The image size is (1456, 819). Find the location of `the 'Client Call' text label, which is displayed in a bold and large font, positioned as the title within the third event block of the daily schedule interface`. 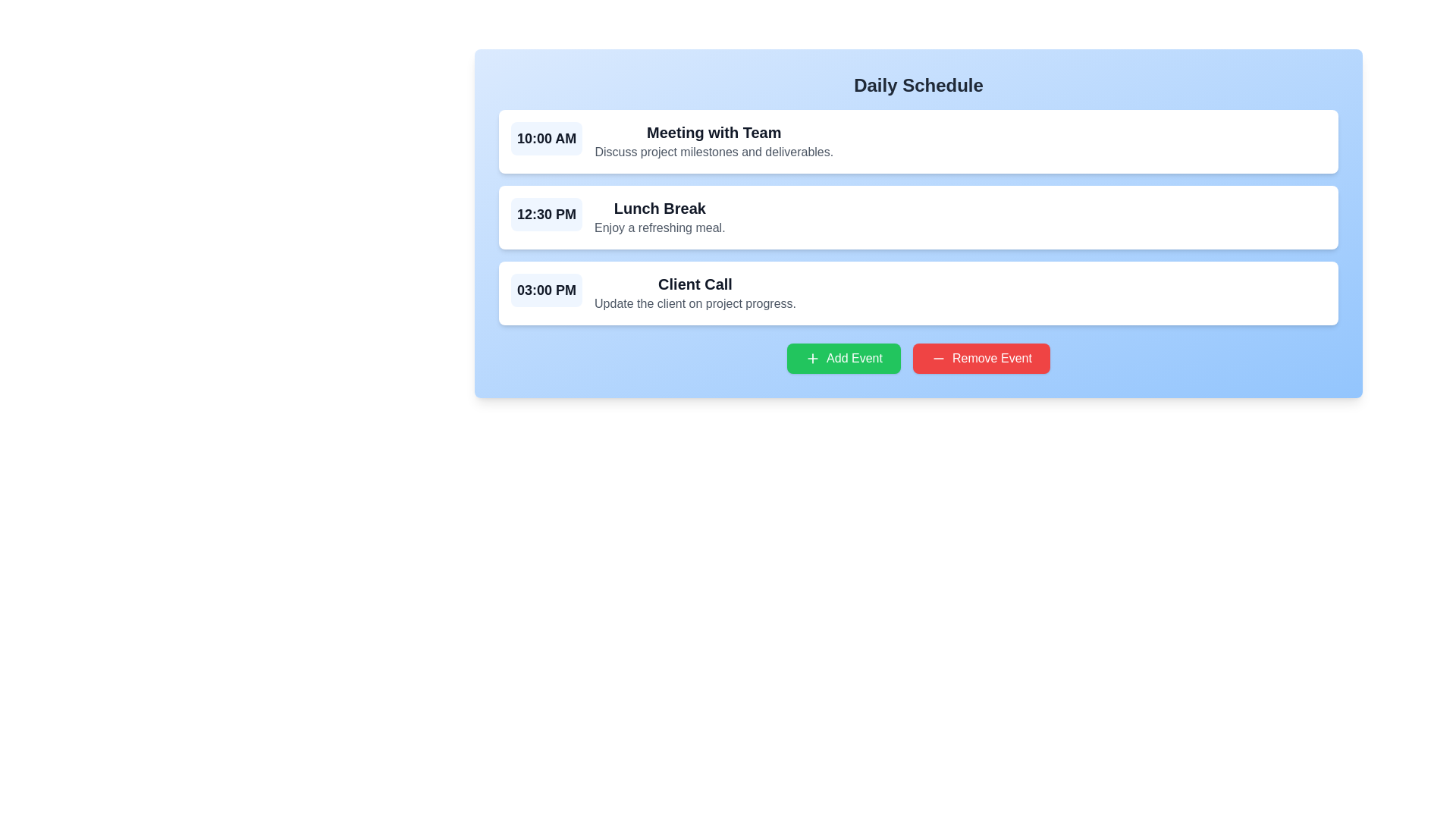

the 'Client Call' text label, which is displayed in a bold and large font, positioned as the title within the third event block of the daily schedule interface is located at coordinates (694, 284).